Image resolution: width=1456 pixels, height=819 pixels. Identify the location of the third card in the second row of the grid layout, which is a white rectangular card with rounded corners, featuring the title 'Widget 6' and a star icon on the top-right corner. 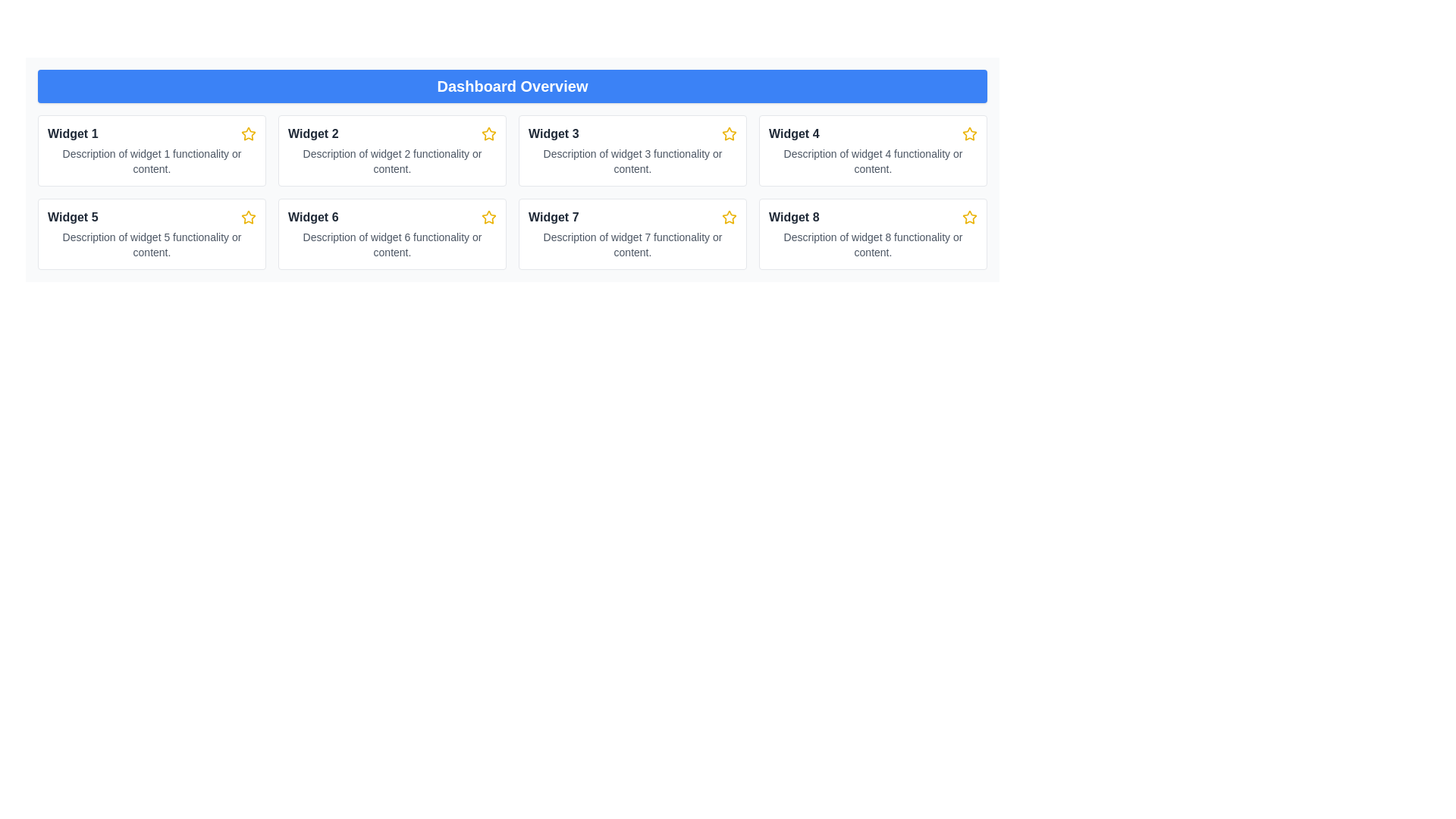
(392, 234).